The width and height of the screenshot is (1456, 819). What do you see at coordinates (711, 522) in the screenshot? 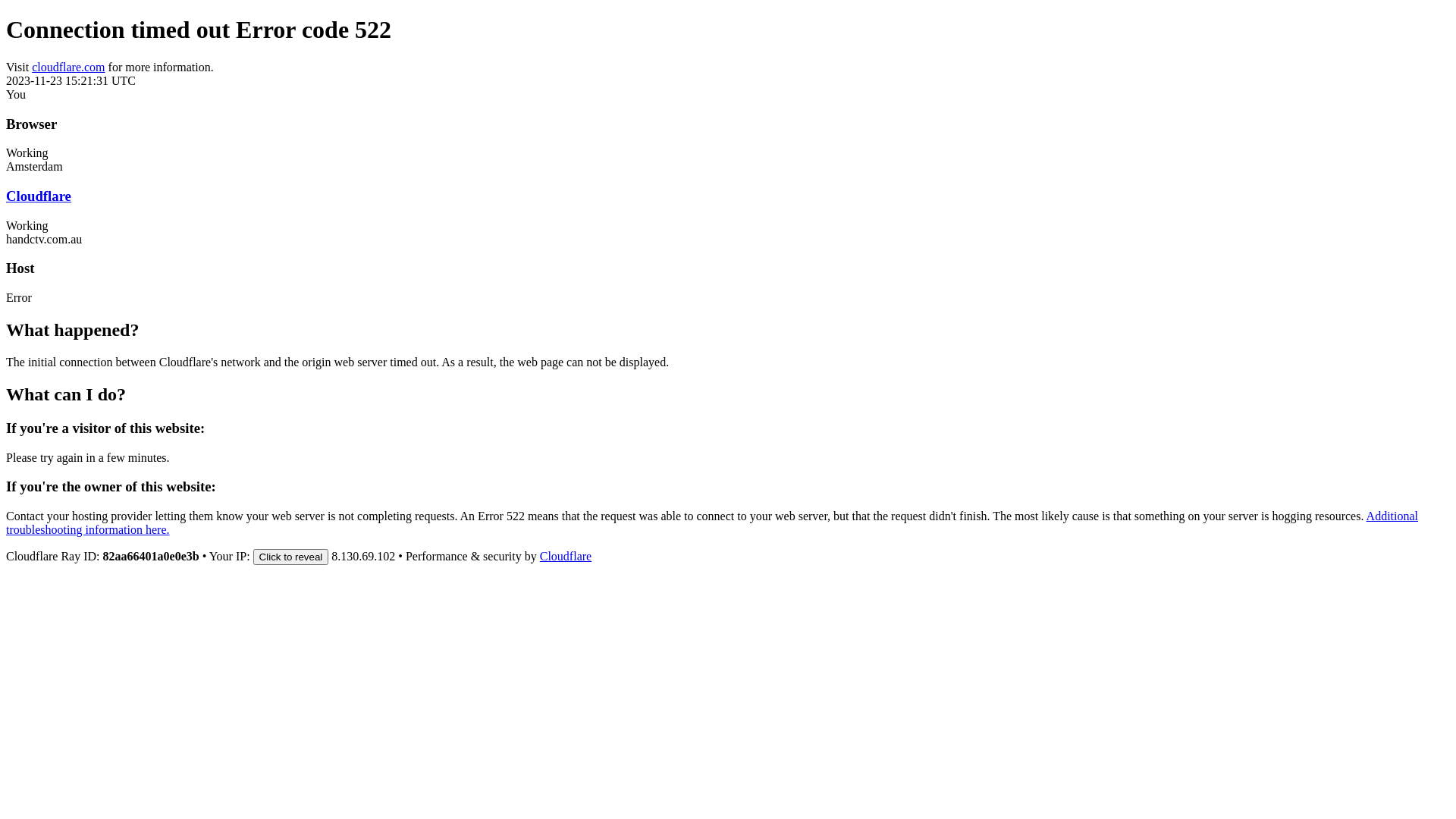
I see `'Additional troubleshooting information here.'` at bounding box center [711, 522].